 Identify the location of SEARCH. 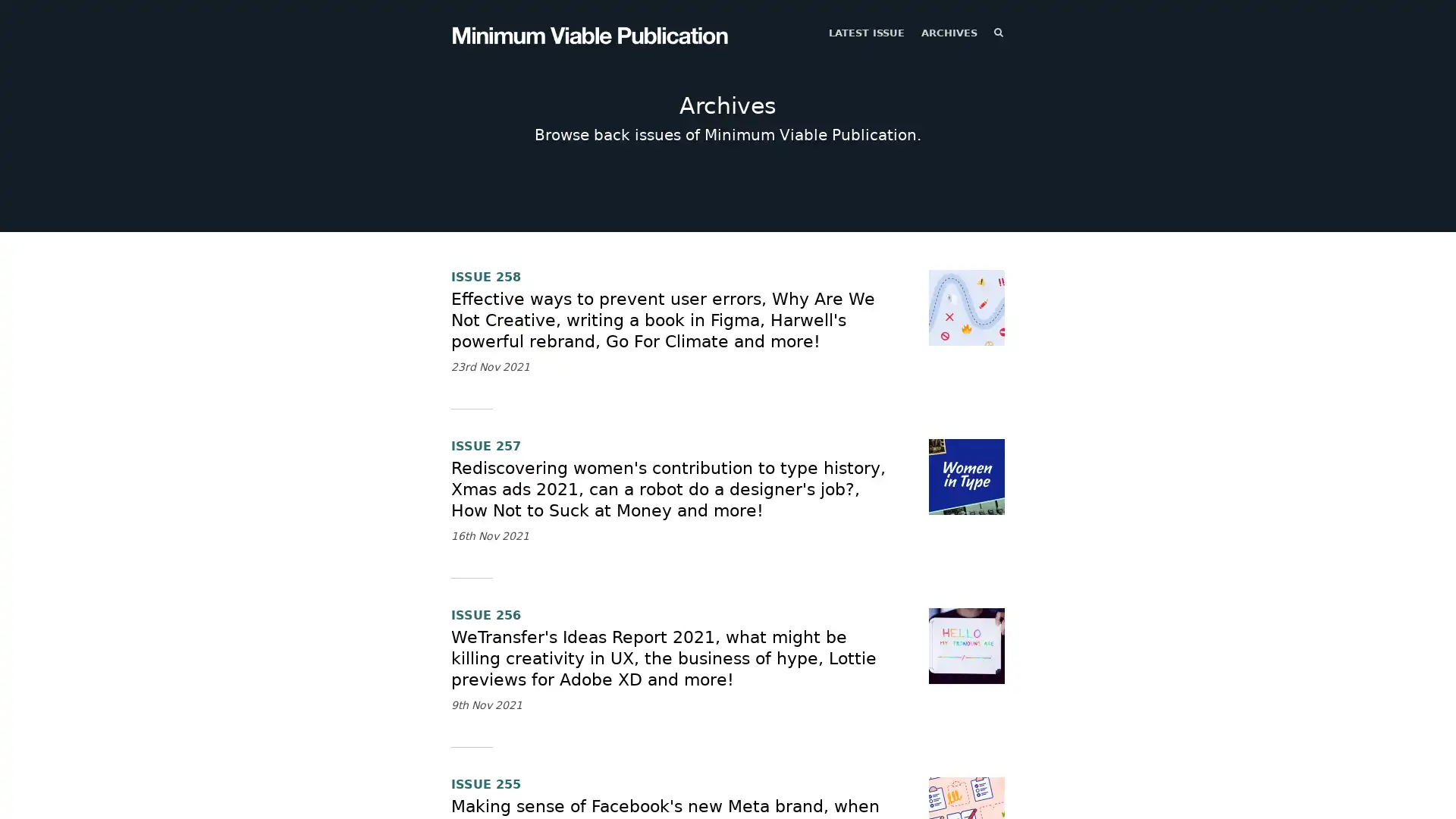
(966, 32).